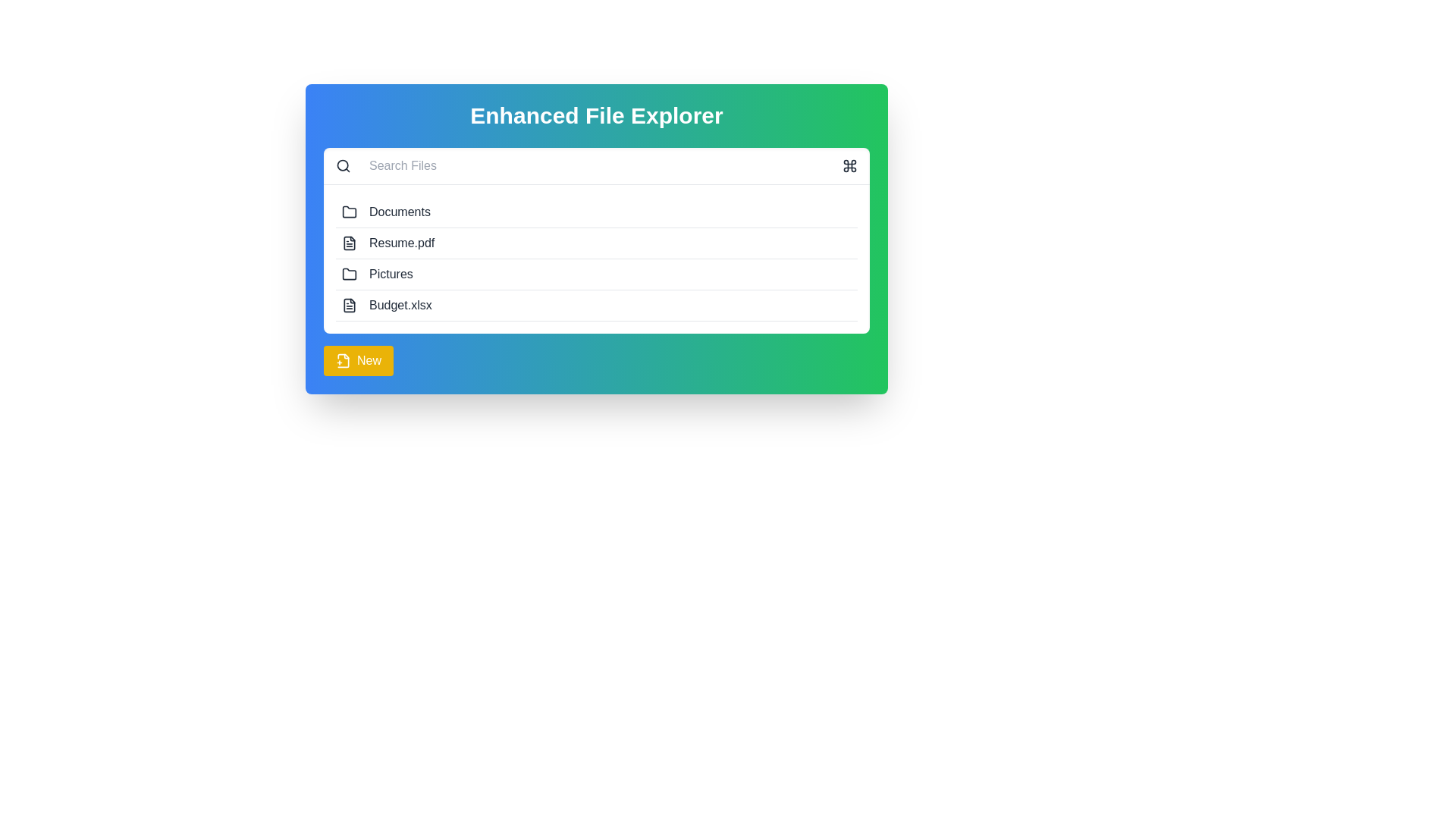 Image resolution: width=1456 pixels, height=819 pixels. Describe the element at coordinates (348, 242) in the screenshot. I see `the document icon representing the file 'Resume.pdf' in the file listing section` at that location.